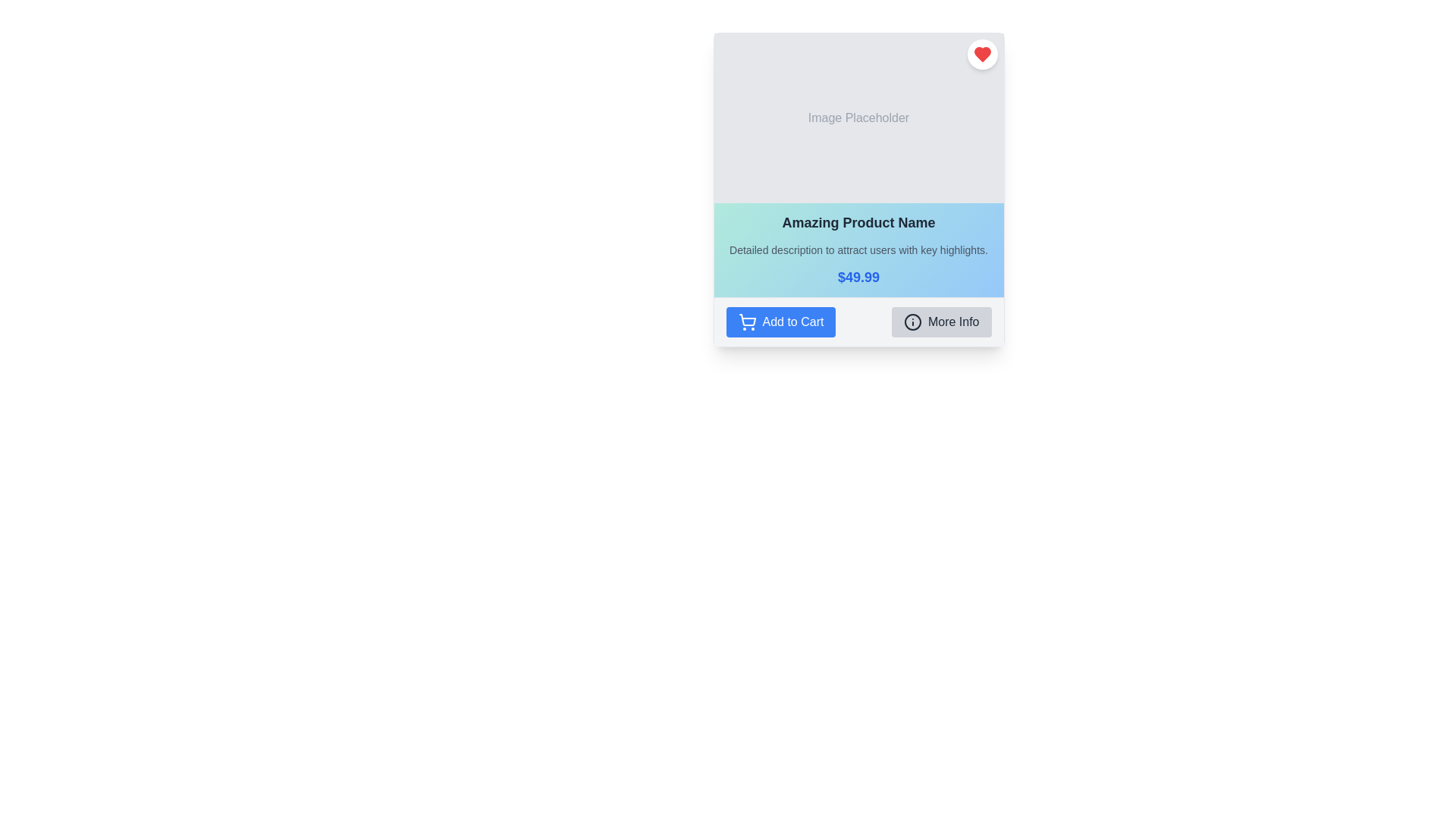  I want to click on the information display block containing the title 'Amazing Product Name', detailed description, and price in blue, so click(858, 249).